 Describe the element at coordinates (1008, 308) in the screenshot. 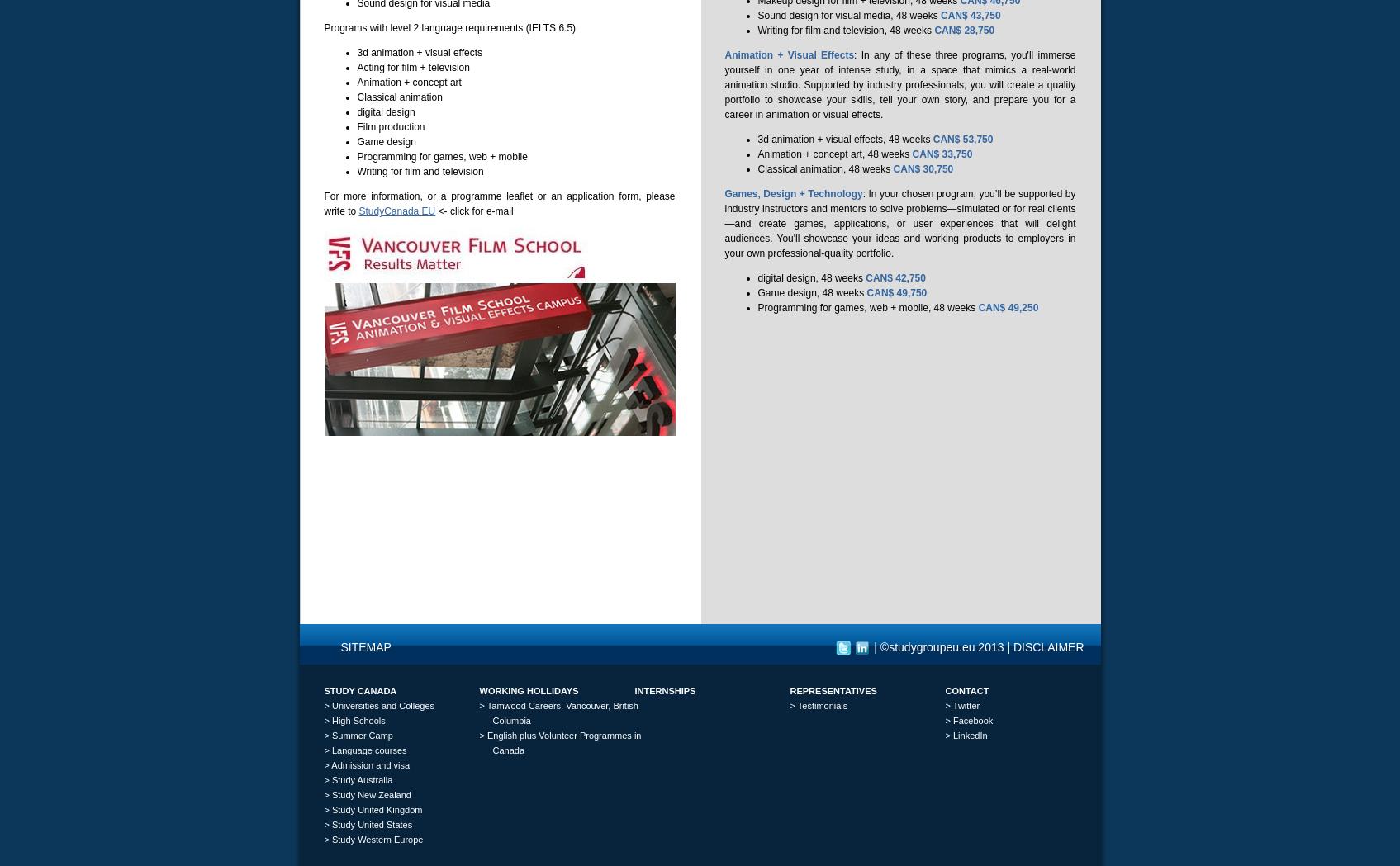

I see `'CAN$ 49,250'` at that location.